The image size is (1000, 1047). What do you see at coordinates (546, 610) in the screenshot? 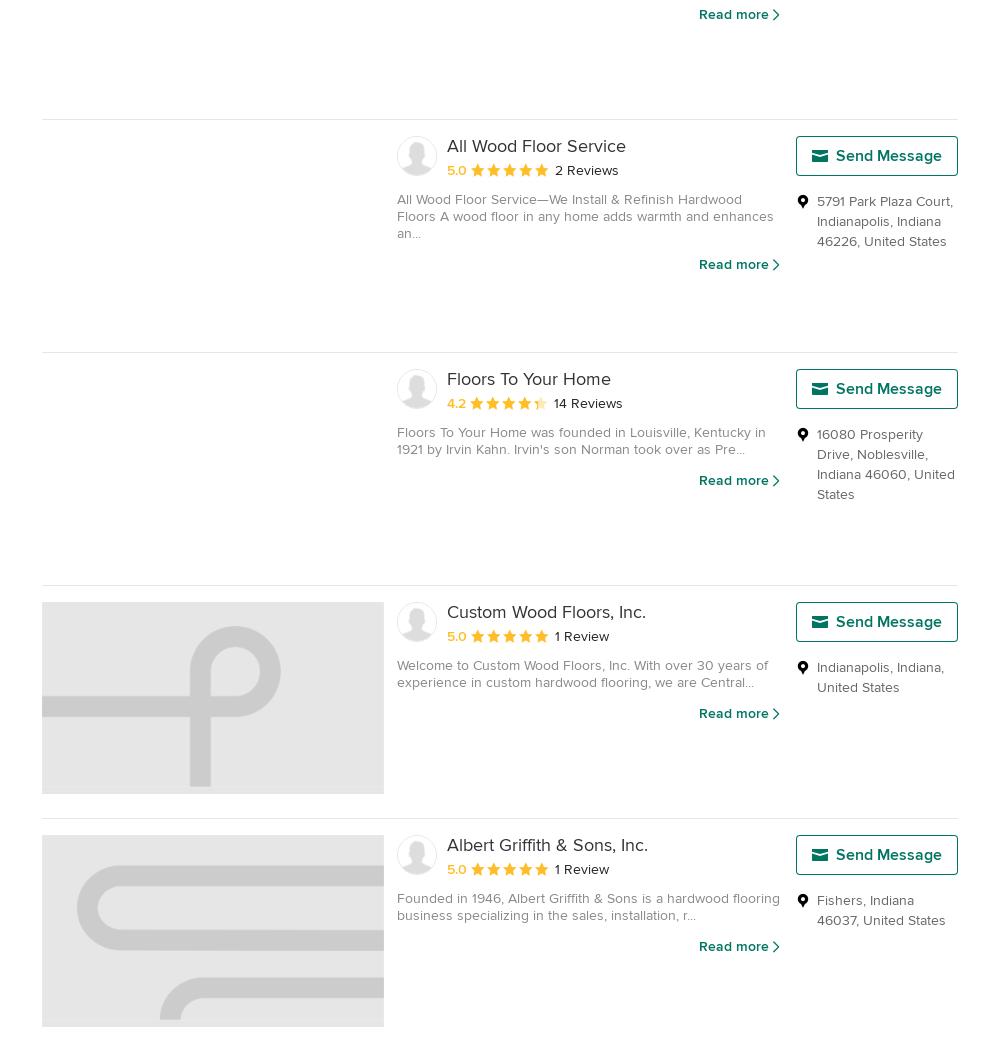
I see `'Custom Wood Floors, Inc.'` at bounding box center [546, 610].